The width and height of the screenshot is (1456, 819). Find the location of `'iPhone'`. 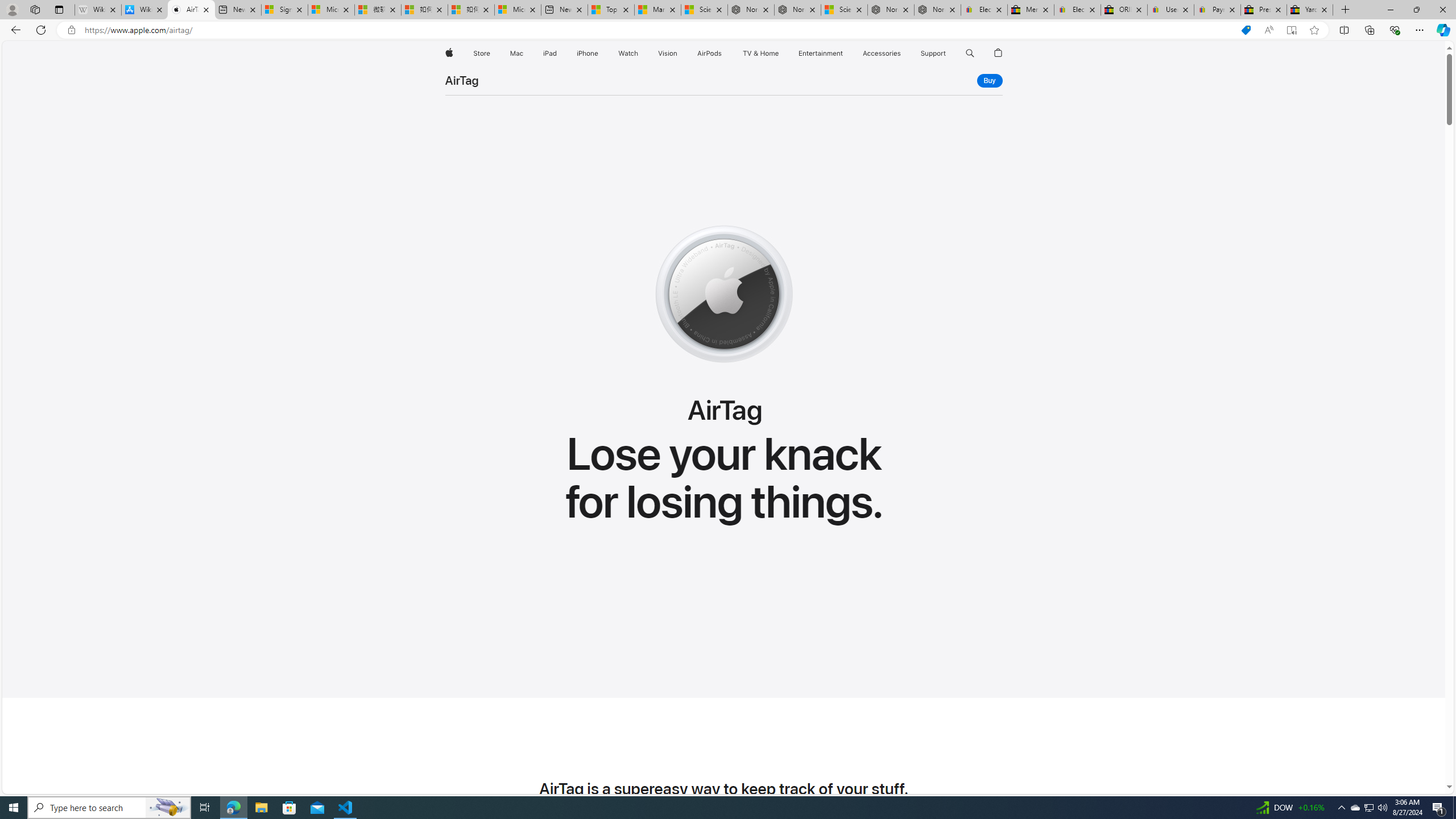

'iPhone' is located at coordinates (586, 53).